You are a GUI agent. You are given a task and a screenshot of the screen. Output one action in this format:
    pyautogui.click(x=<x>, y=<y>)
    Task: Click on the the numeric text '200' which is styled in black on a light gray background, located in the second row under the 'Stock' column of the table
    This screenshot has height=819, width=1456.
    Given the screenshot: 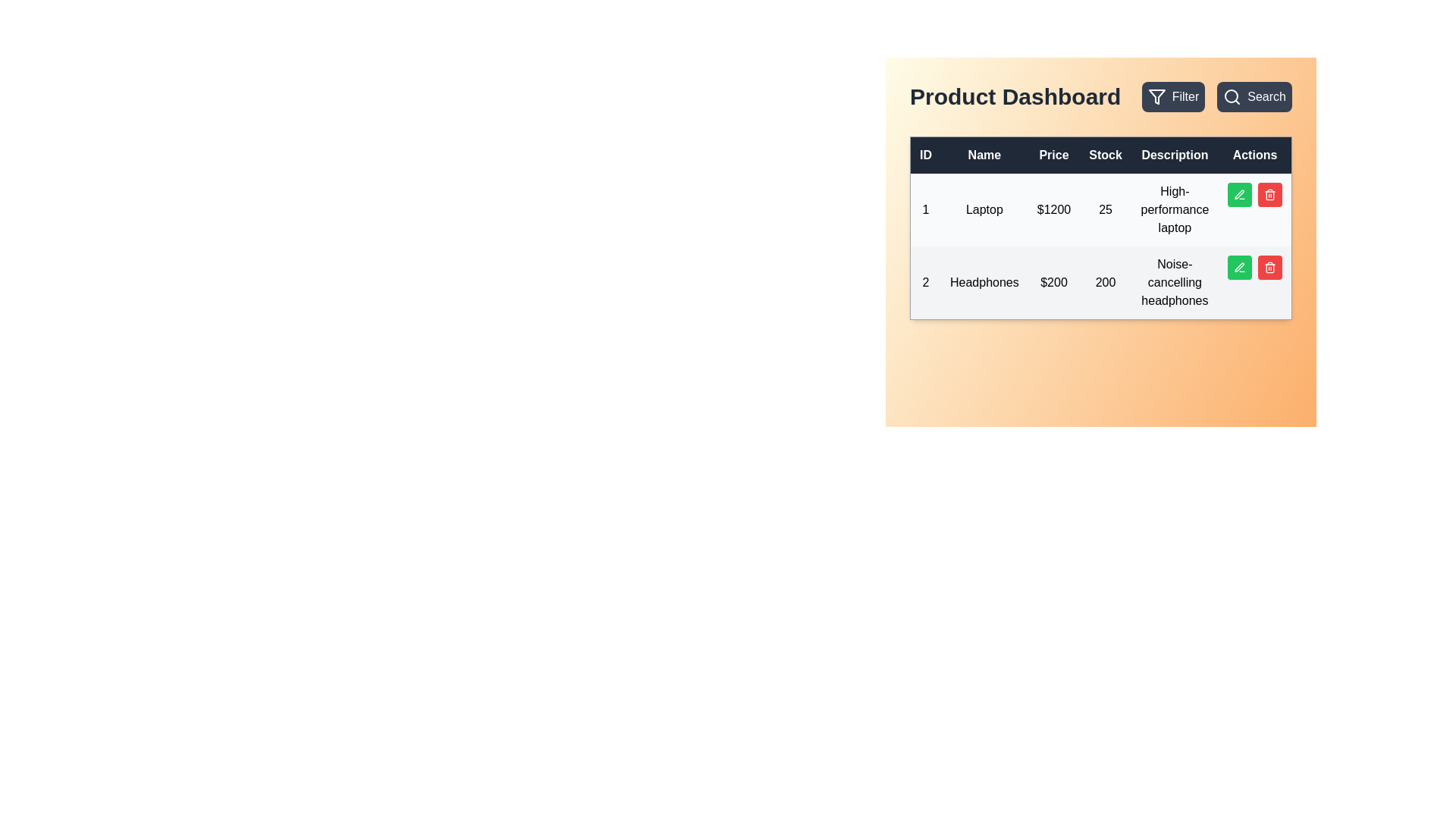 What is the action you would take?
    pyautogui.click(x=1106, y=283)
    